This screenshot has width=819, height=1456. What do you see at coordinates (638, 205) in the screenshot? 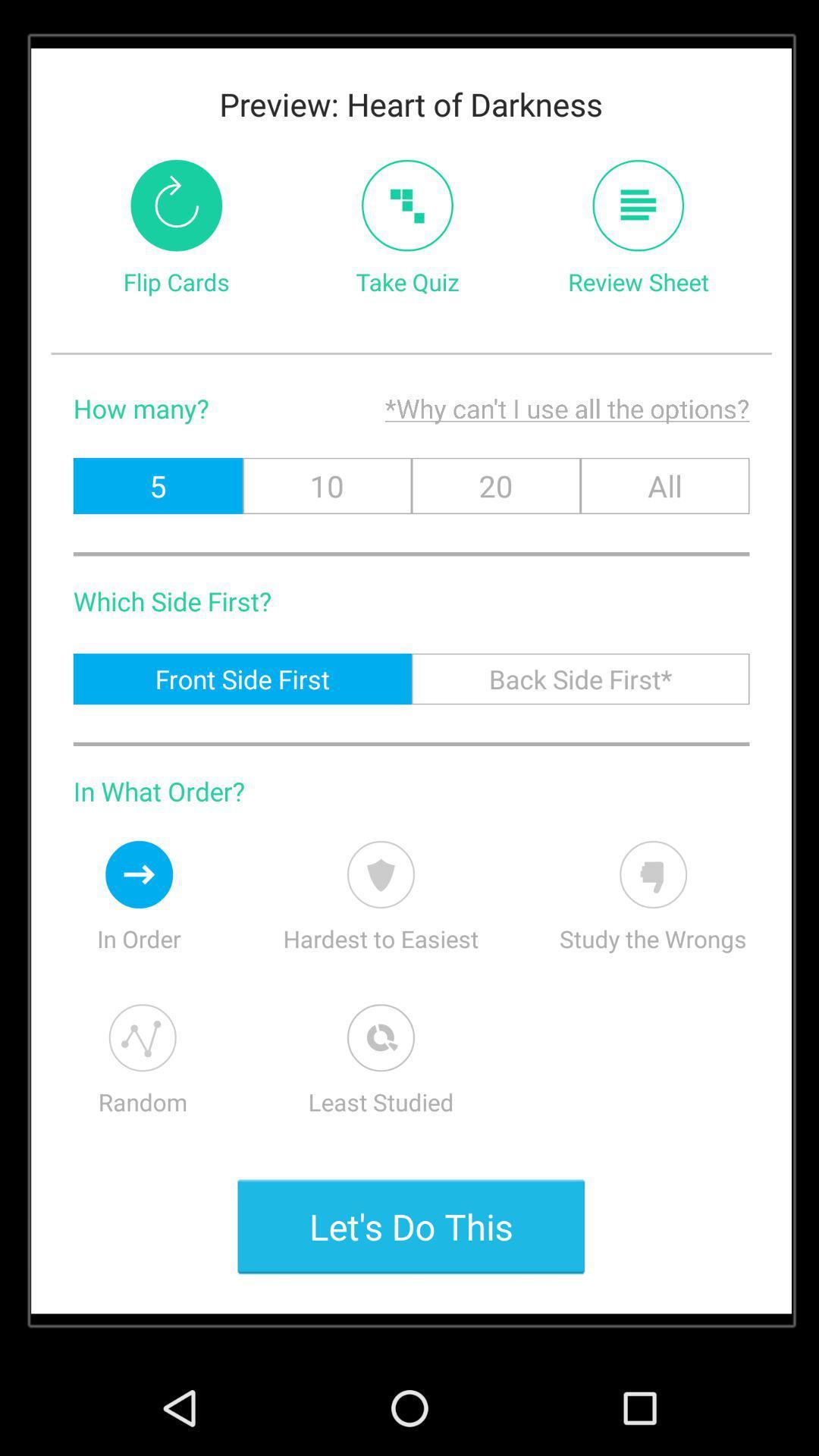
I see `review sheet button` at bounding box center [638, 205].